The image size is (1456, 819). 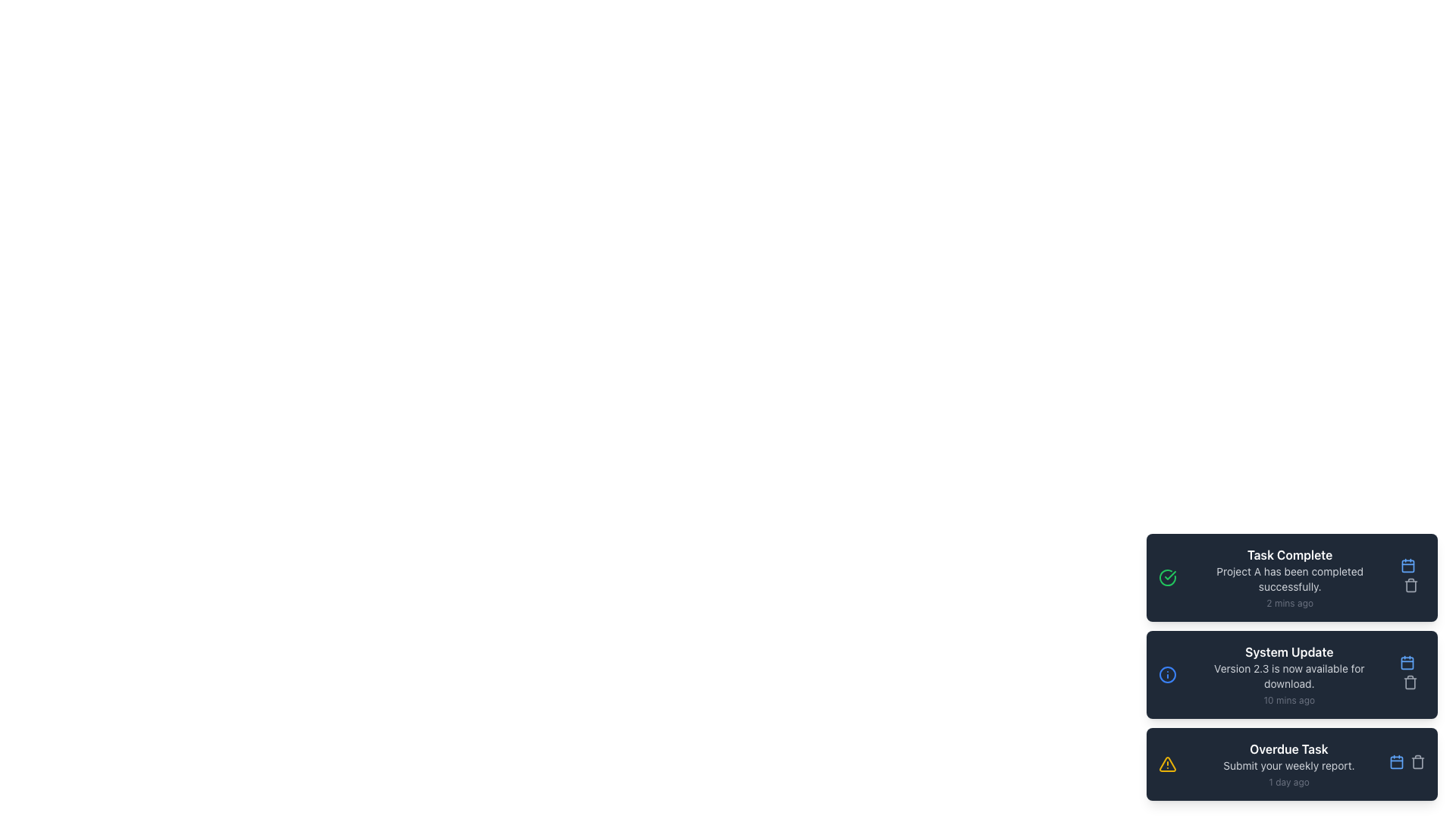 I want to click on the blue calendar icon located in the third notification card, so click(x=1396, y=762).